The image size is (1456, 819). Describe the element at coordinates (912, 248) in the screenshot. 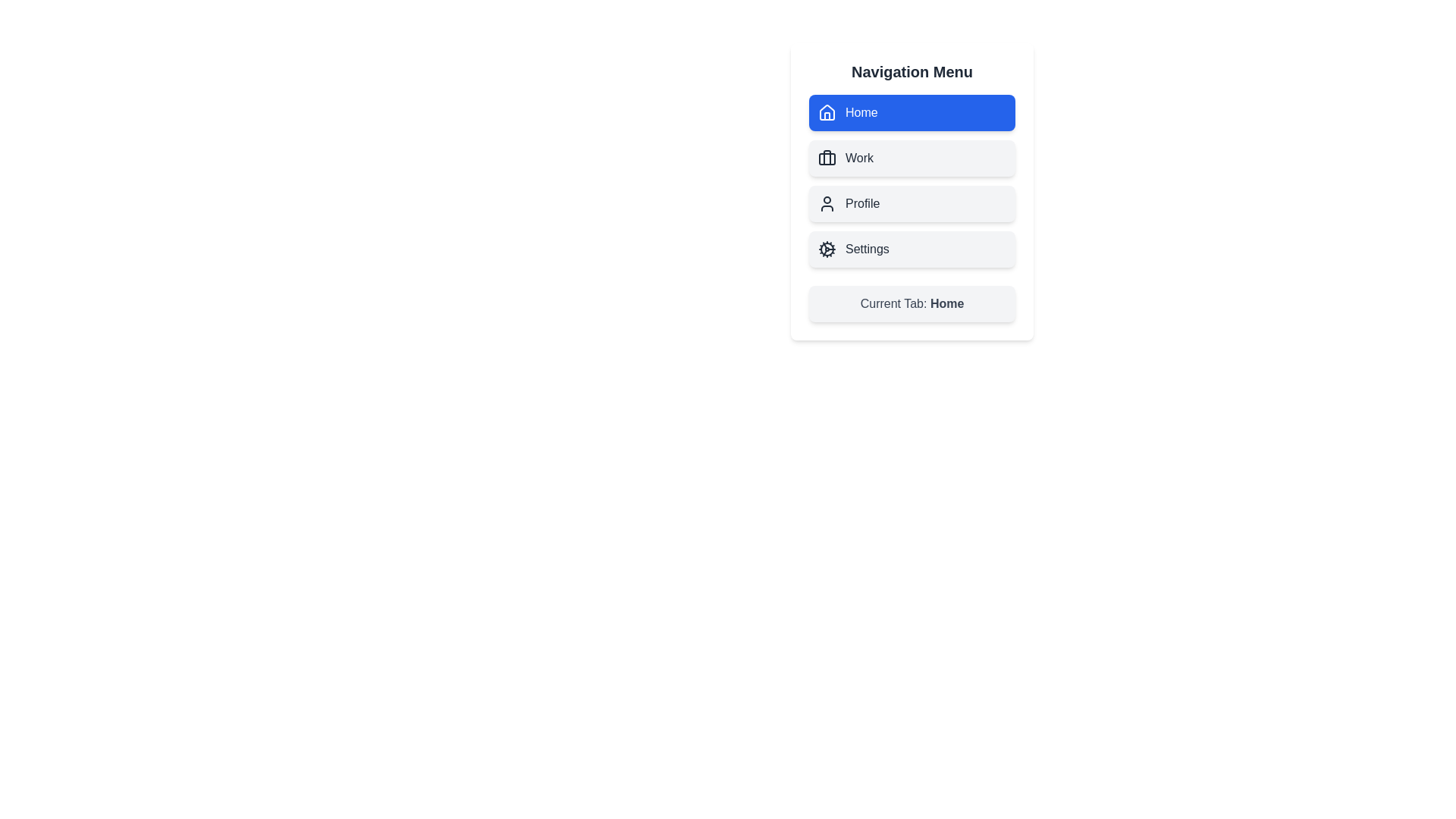

I see `the menu item labeled Settings` at that location.